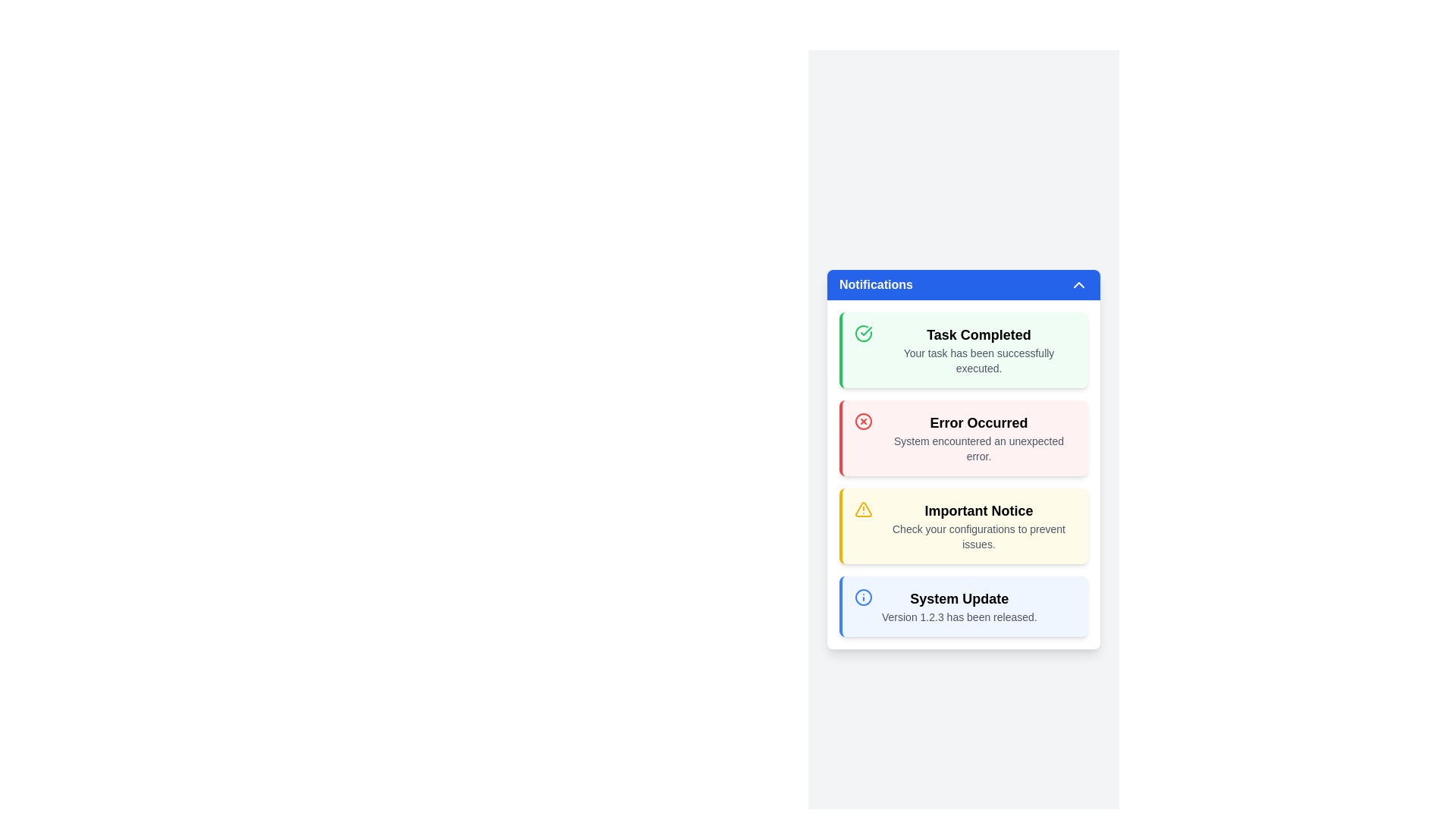 This screenshot has width=1456, height=819. I want to click on important message text from the third notification Text Block that is located below the 'Error Occurred' notification and above the 'System Update' notification, so click(979, 526).